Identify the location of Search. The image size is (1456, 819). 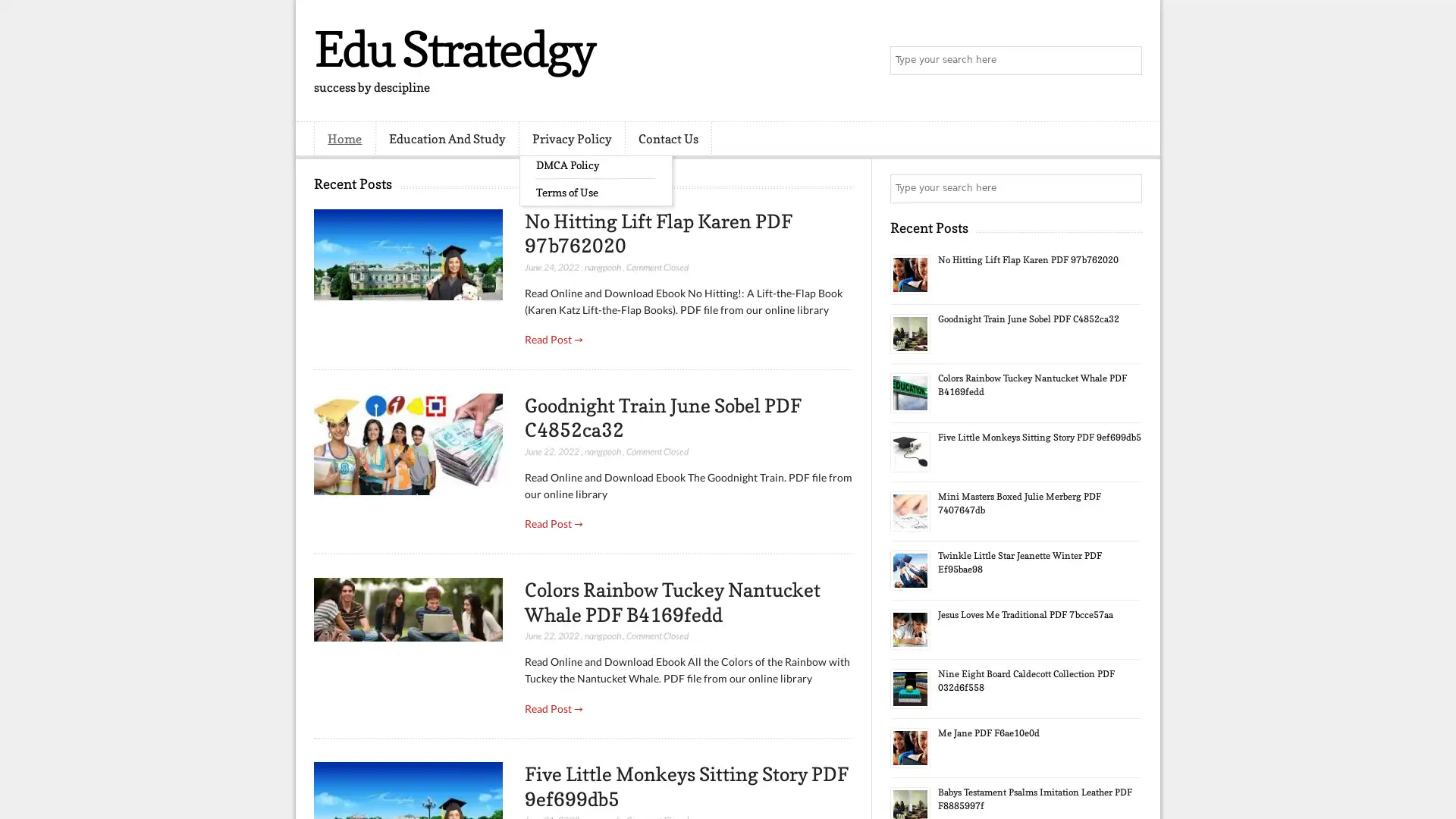
(1126, 61).